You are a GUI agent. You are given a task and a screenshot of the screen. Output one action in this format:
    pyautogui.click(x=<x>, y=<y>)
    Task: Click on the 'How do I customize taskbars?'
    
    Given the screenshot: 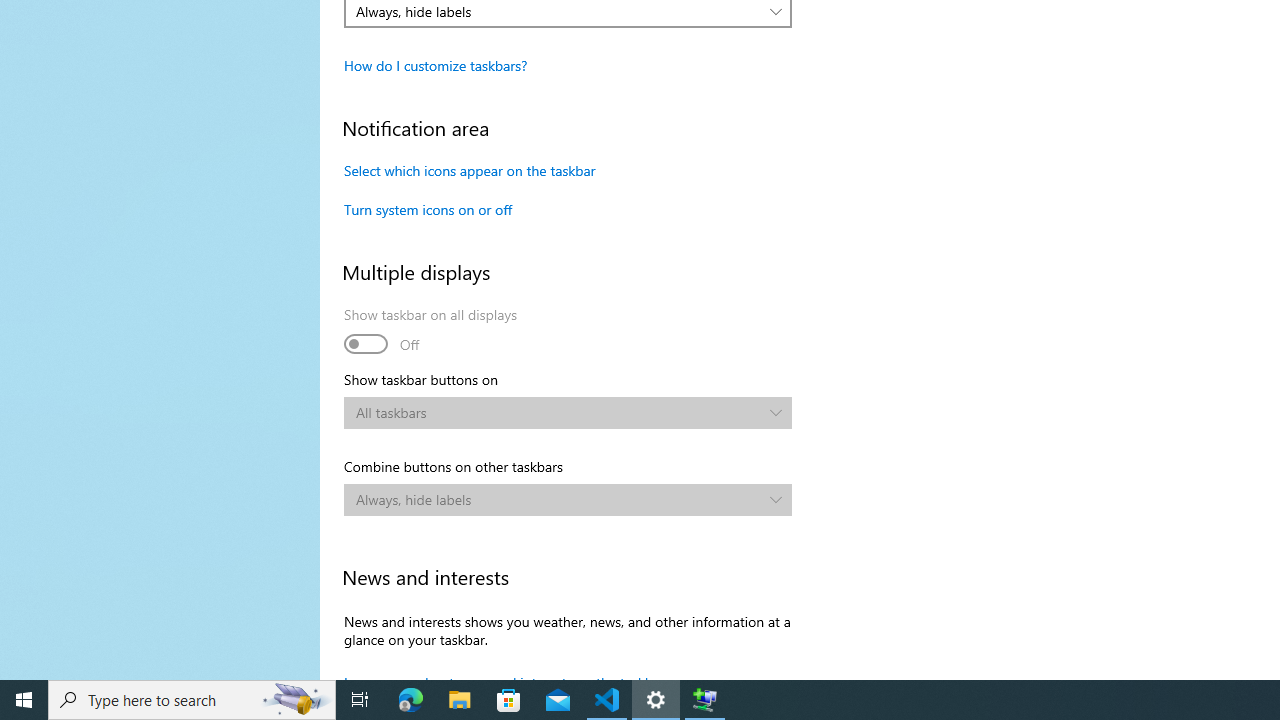 What is the action you would take?
    pyautogui.click(x=434, y=64)
    